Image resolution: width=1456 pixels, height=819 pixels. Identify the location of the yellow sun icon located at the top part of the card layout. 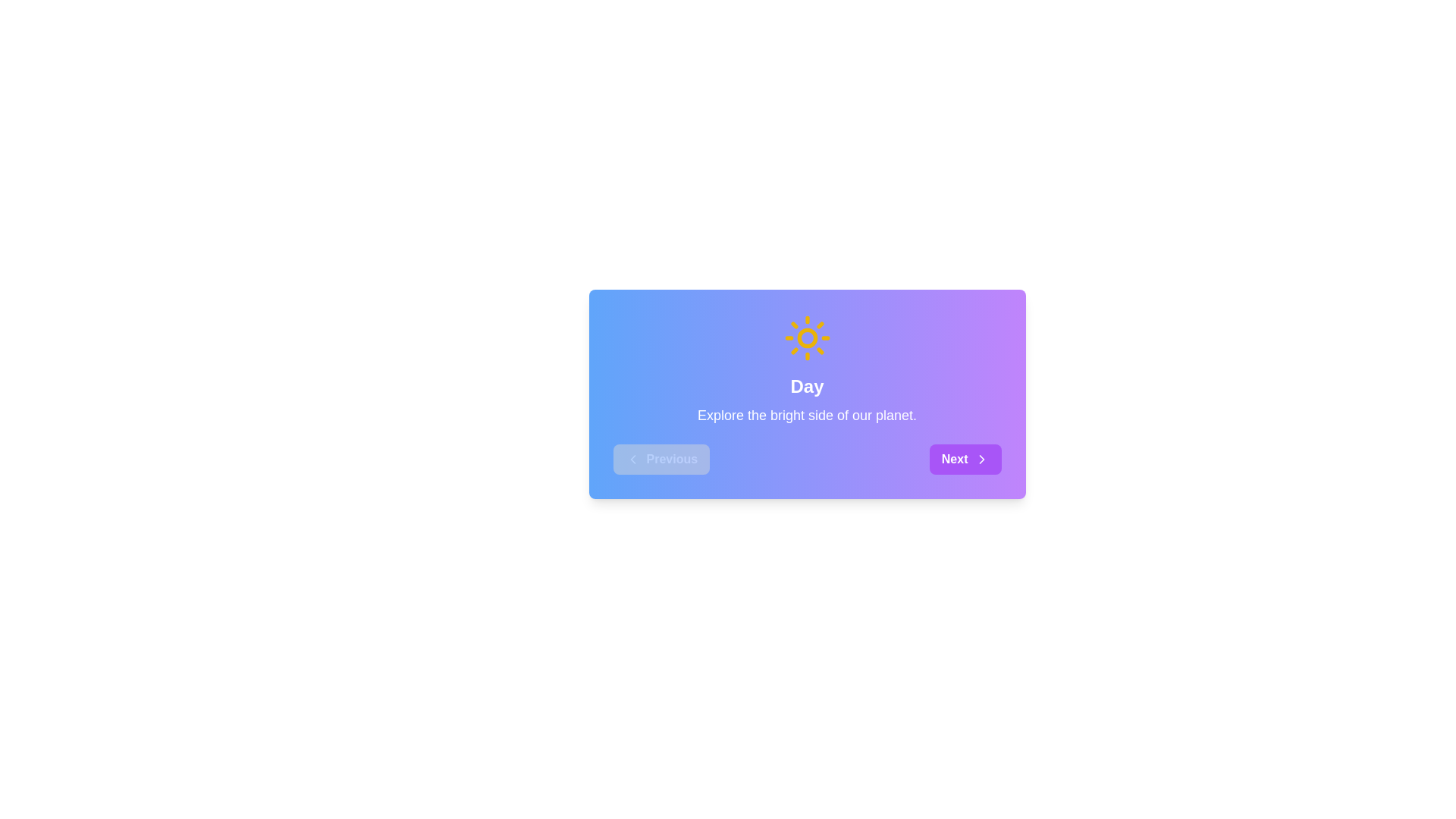
(806, 337).